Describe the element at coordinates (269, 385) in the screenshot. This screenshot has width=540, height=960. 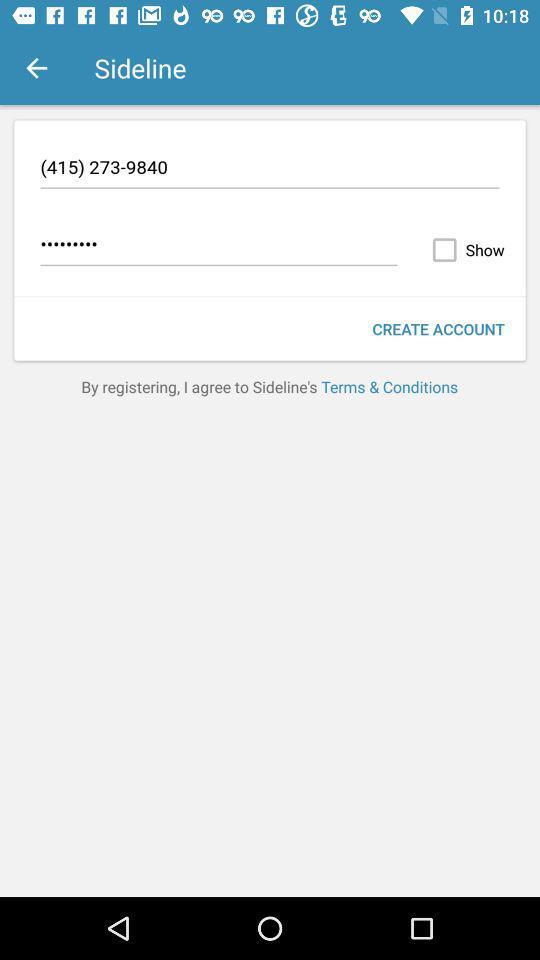
I see `by registering i` at that location.